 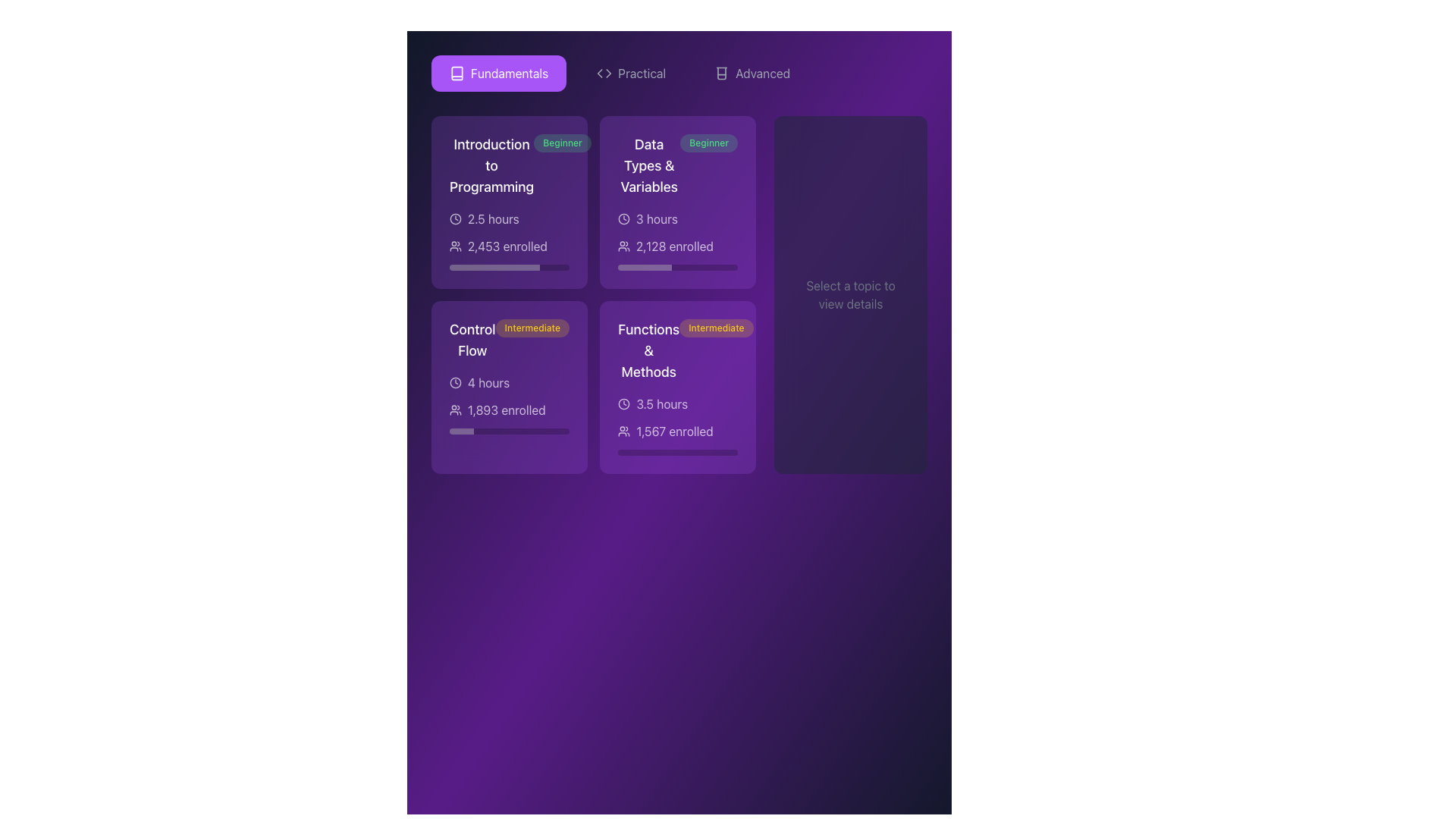 What do you see at coordinates (676, 431) in the screenshot?
I see `the labeled information element displaying '1,567 enrolled' with an icon representing users, located in the second row of the 'Functions & Methods' card` at bounding box center [676, 431].